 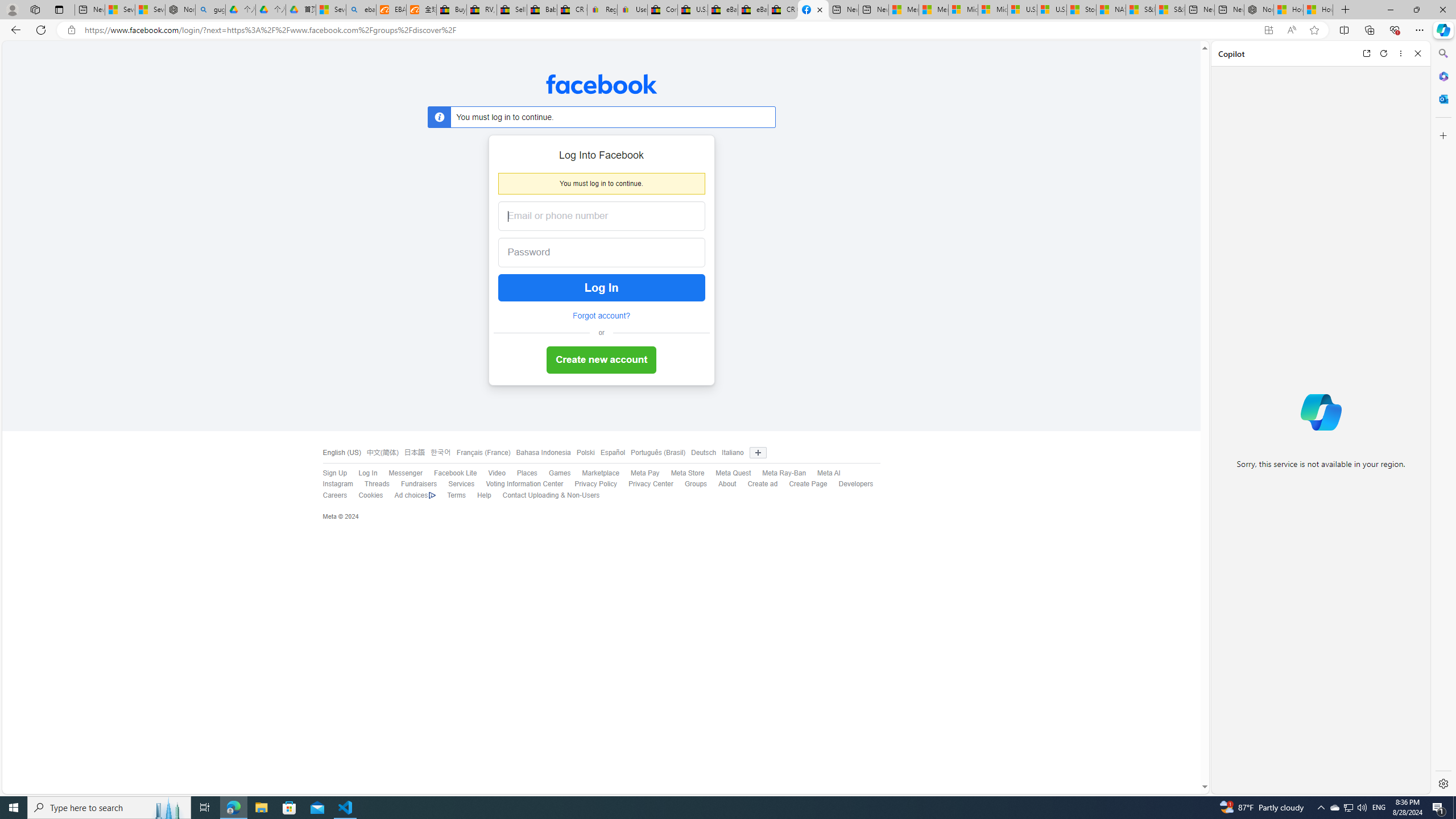 I want to click on 'Sell worldwide with eBay', so click(x=511, y=9).